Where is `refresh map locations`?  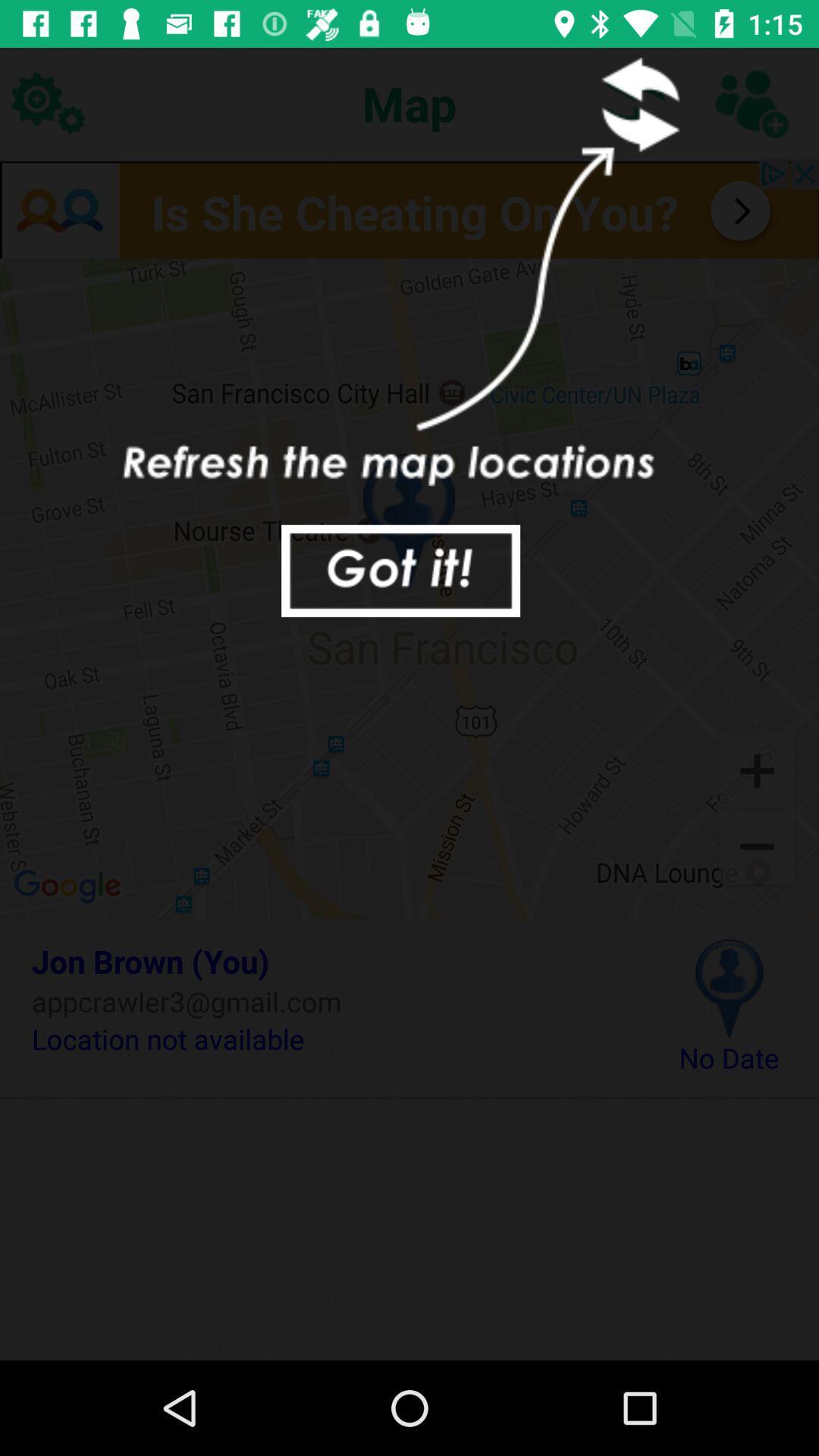 refresh map locations is located at coordinates (635, 102).